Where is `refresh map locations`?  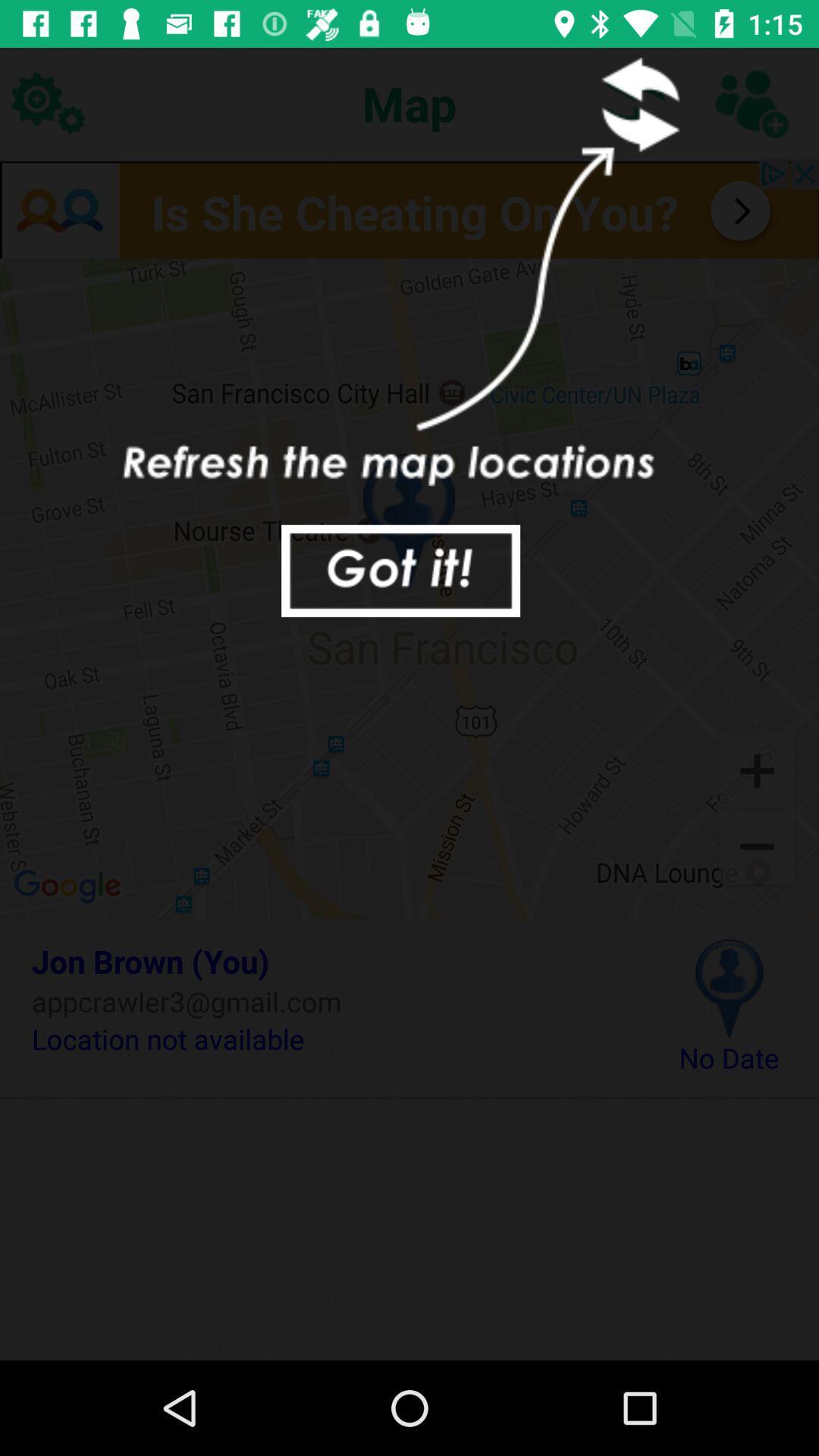 refresh map locations is located at coordinates (635, 102).